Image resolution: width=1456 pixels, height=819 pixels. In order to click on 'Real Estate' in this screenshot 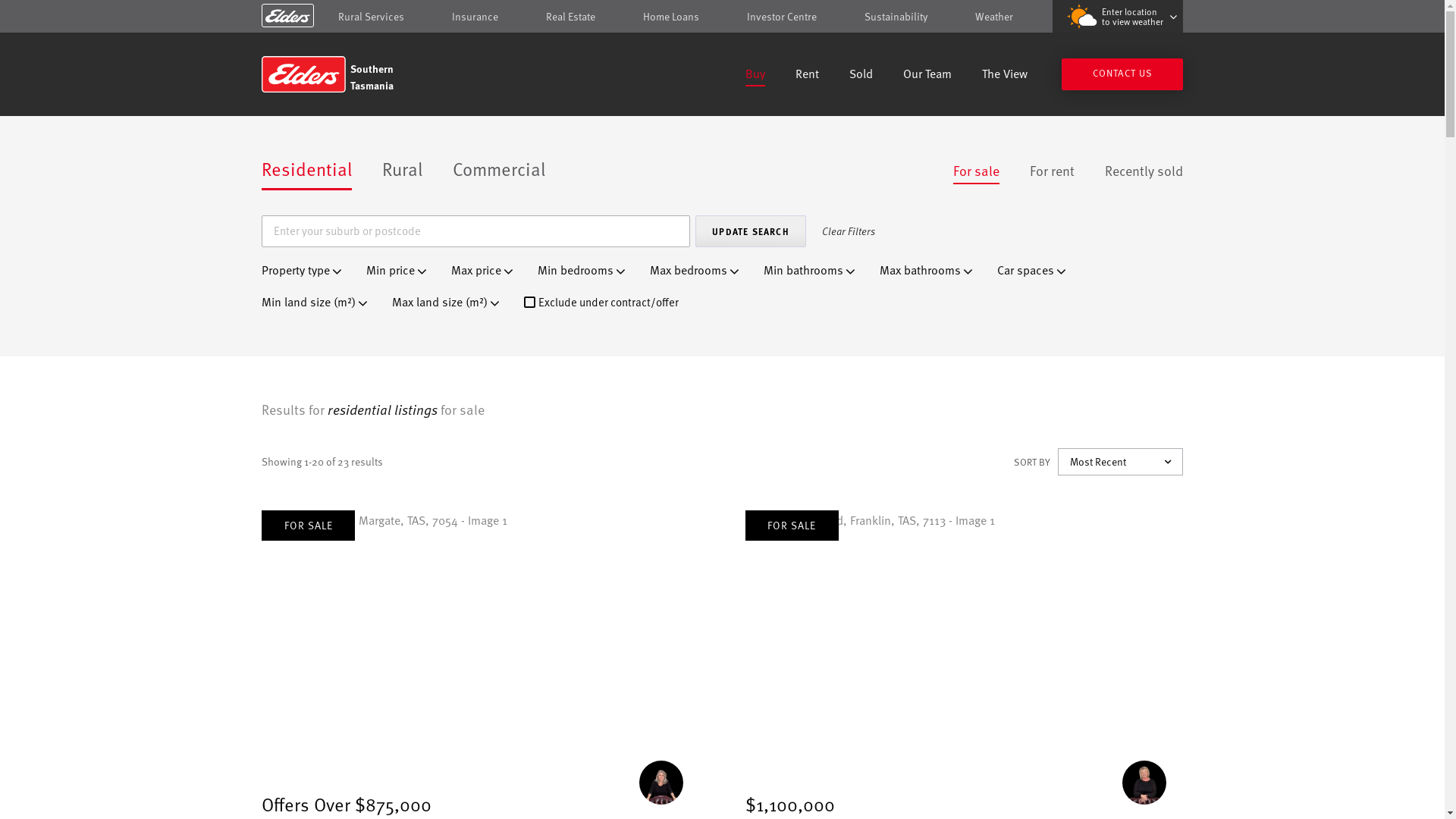, I will do `click(570, 16)`.